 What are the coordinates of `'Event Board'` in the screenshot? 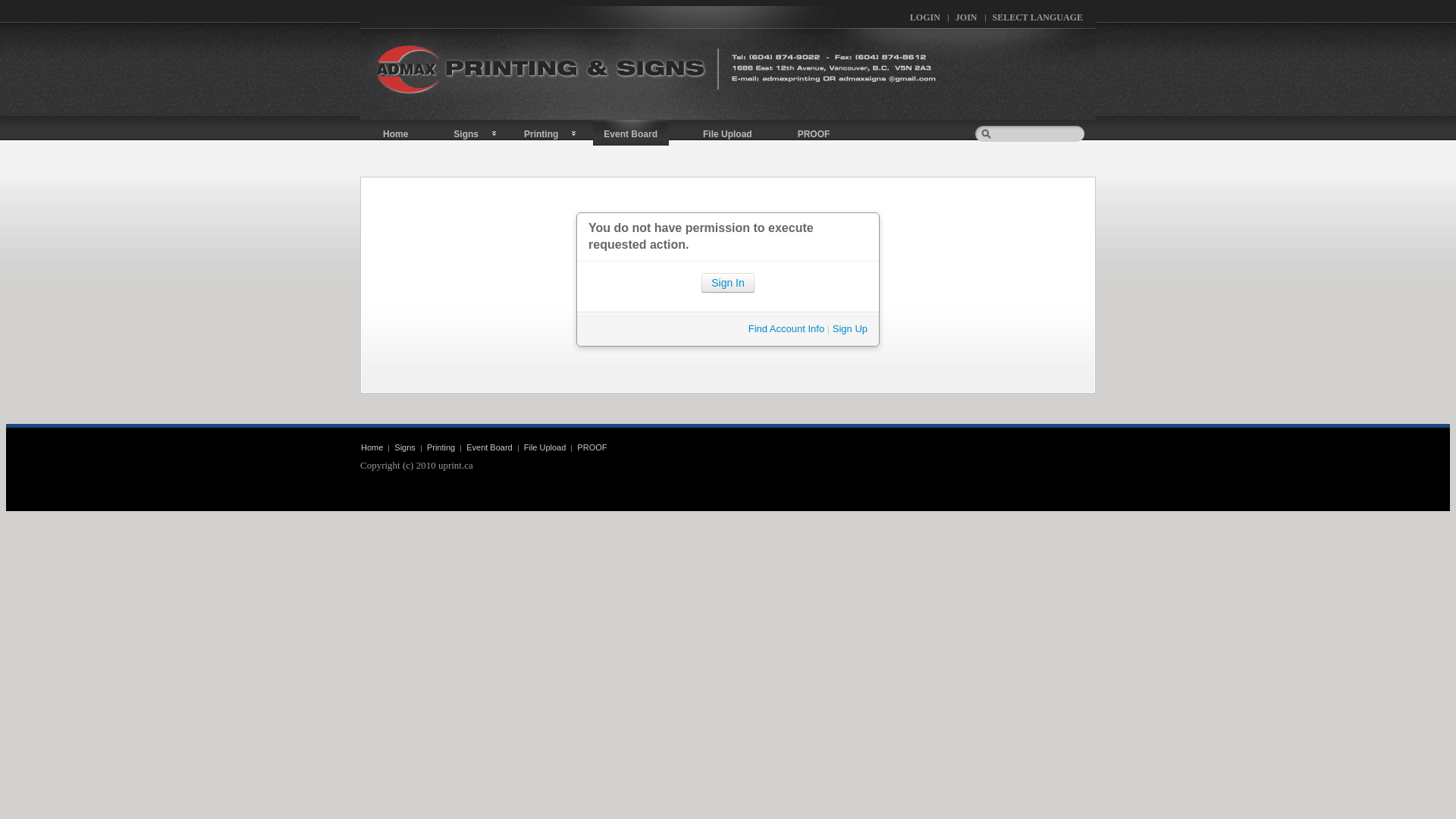 It's located at (630, 131).